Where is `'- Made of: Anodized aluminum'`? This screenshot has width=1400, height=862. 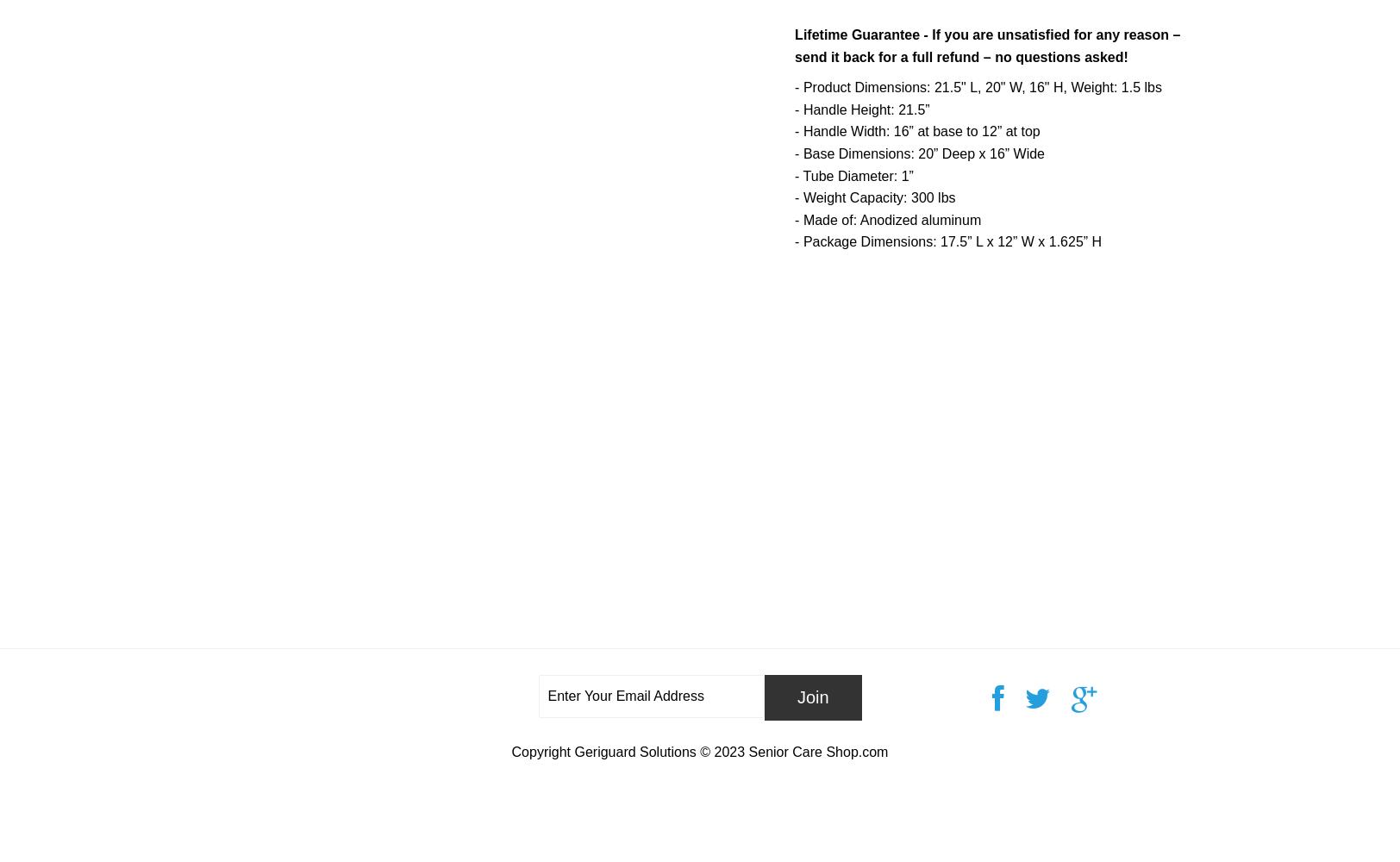 '- Made of: Anodized aluminum' is located at coordinates (794, 219).